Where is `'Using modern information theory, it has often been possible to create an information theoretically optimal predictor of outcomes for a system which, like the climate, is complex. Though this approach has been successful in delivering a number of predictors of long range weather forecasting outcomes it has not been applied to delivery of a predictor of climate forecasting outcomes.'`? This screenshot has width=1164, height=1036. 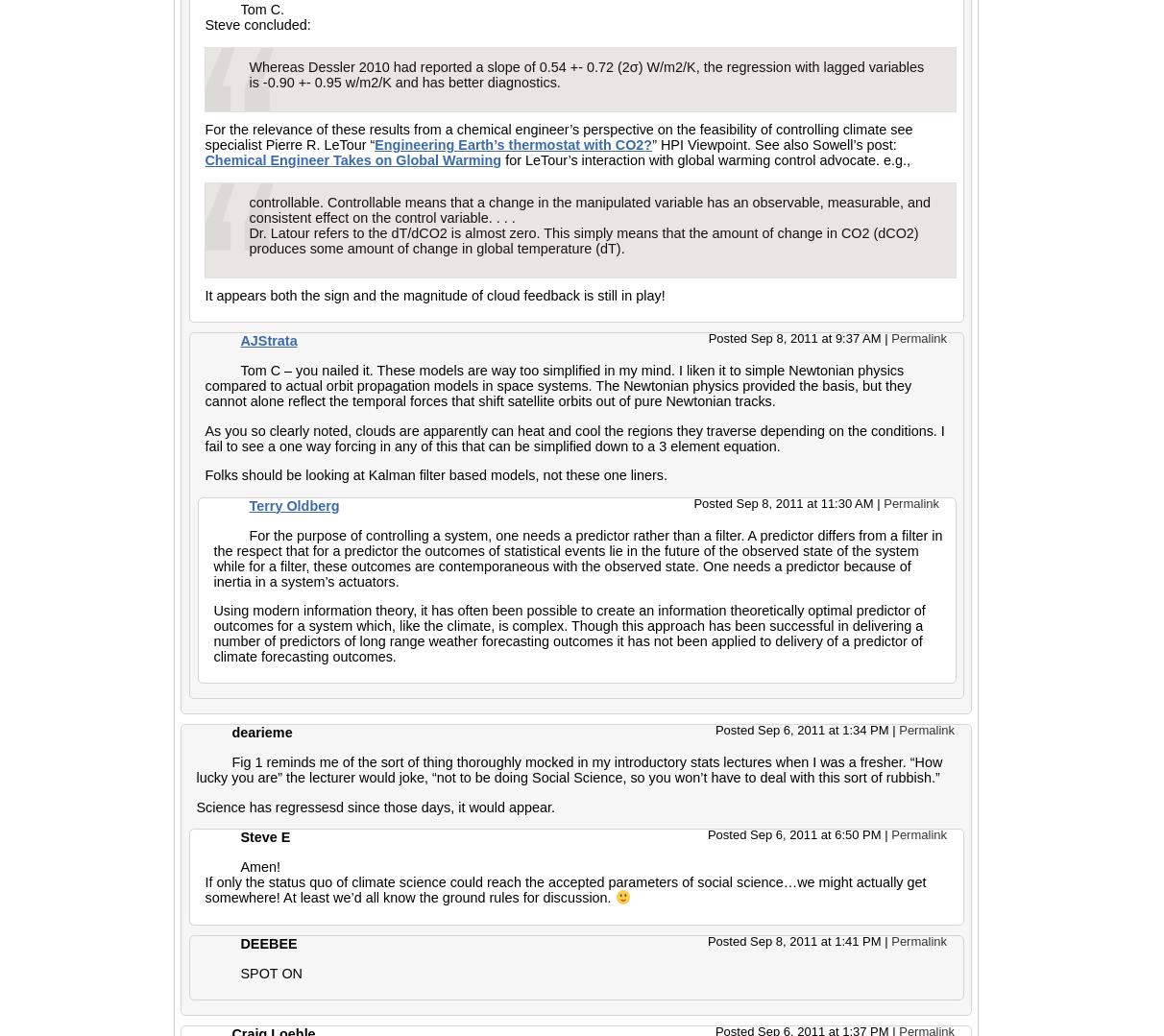 'Using modern information theory, it has often been possible to create an information theoretically optimal predictor of outcomes for a system which, like the climate, is complex. Though this approach has been successful in delivering a number of predictors of long range weather forecasting outcomes it has not been applied to delivery of a predictor of climate forecasting outcomes.' is located at coordinates (569, 632).